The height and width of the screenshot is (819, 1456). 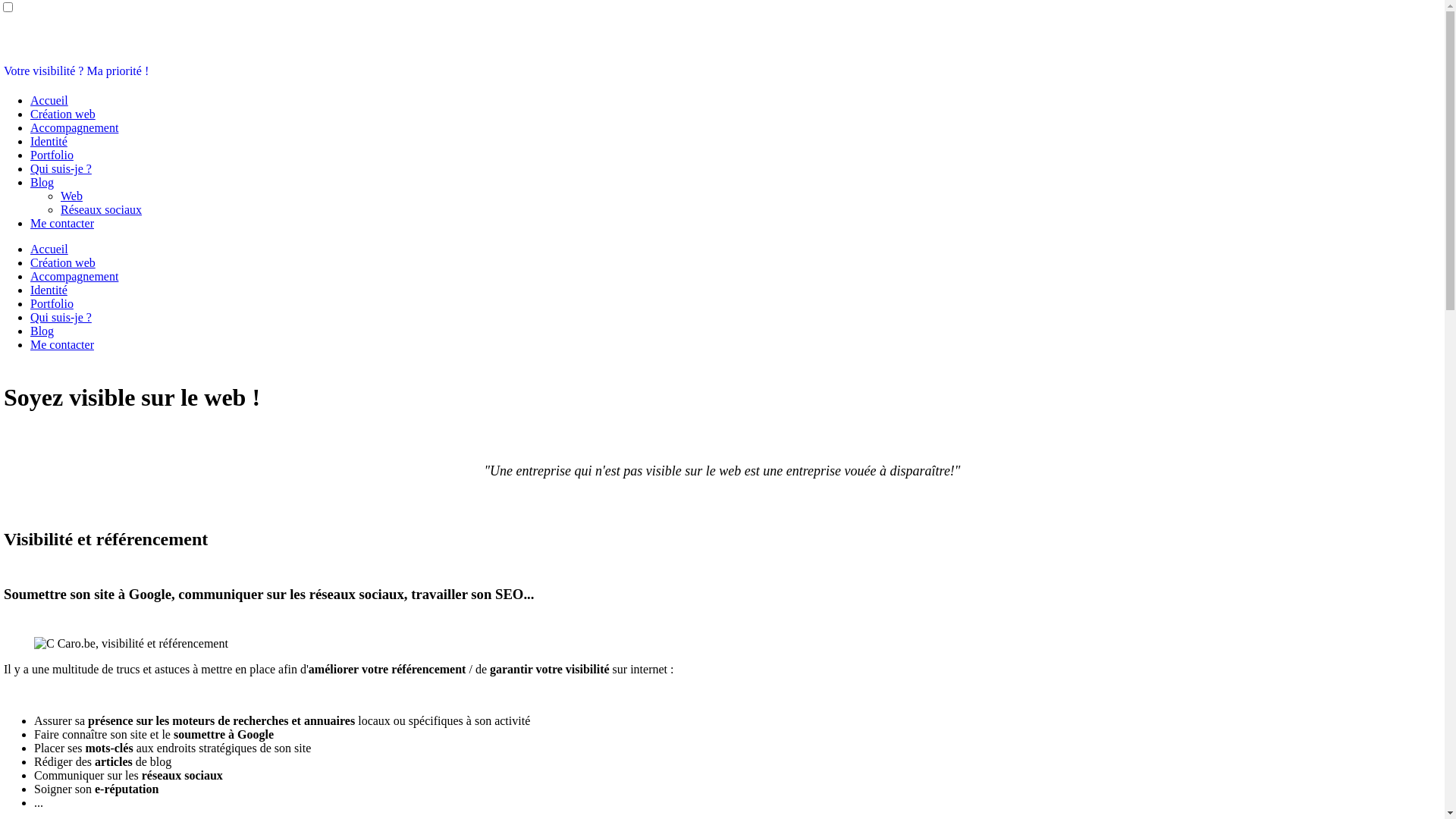 What do you see at coordinates (52, 155) in the screenshot?
I see `'Portfolio'` at bounding box center [52, 155].